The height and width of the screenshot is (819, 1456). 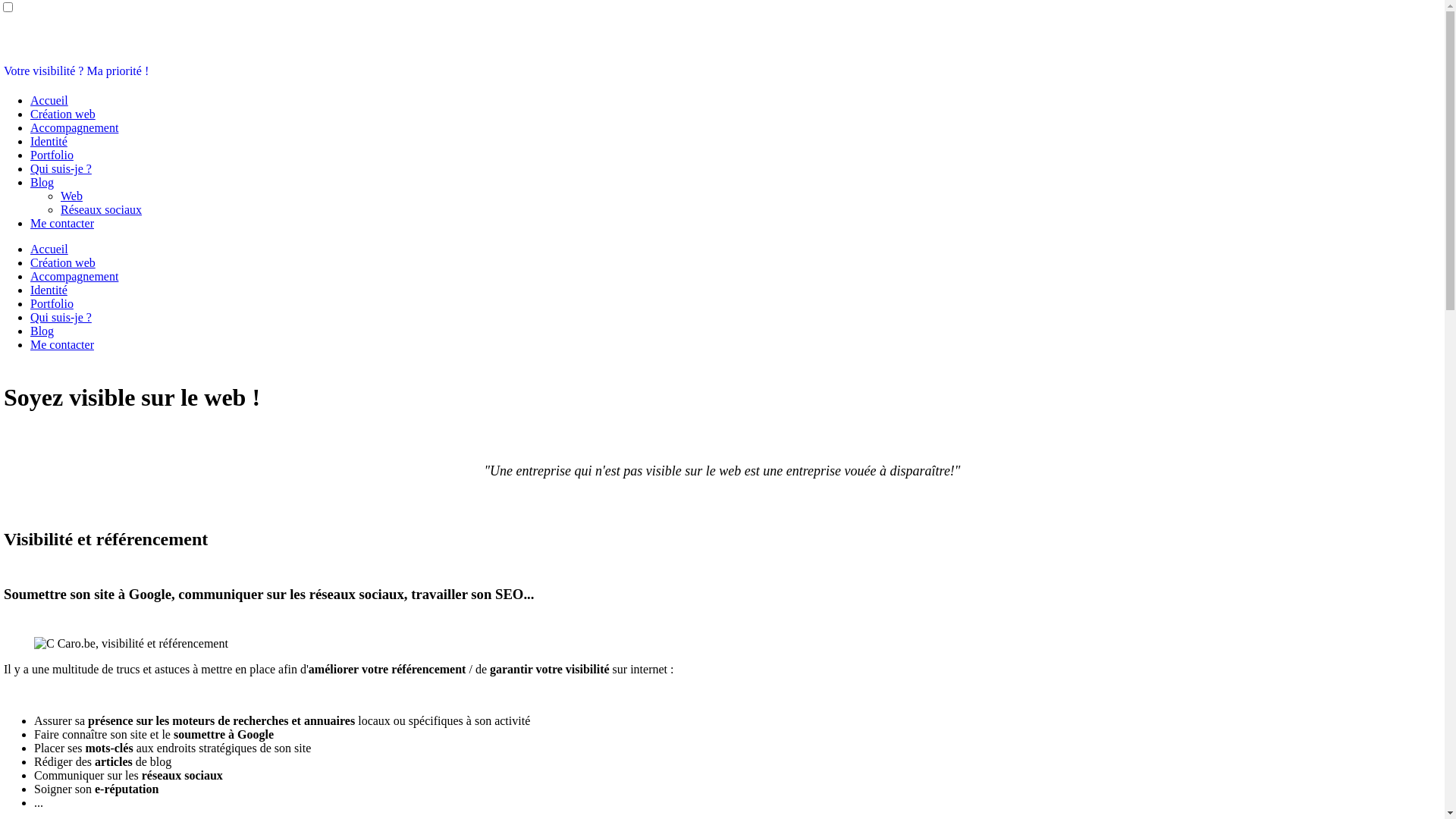 What do you see at coordinates (52, 155) in the screenshot?
I see `'Portfolio'` at bounding box center [52, 155].